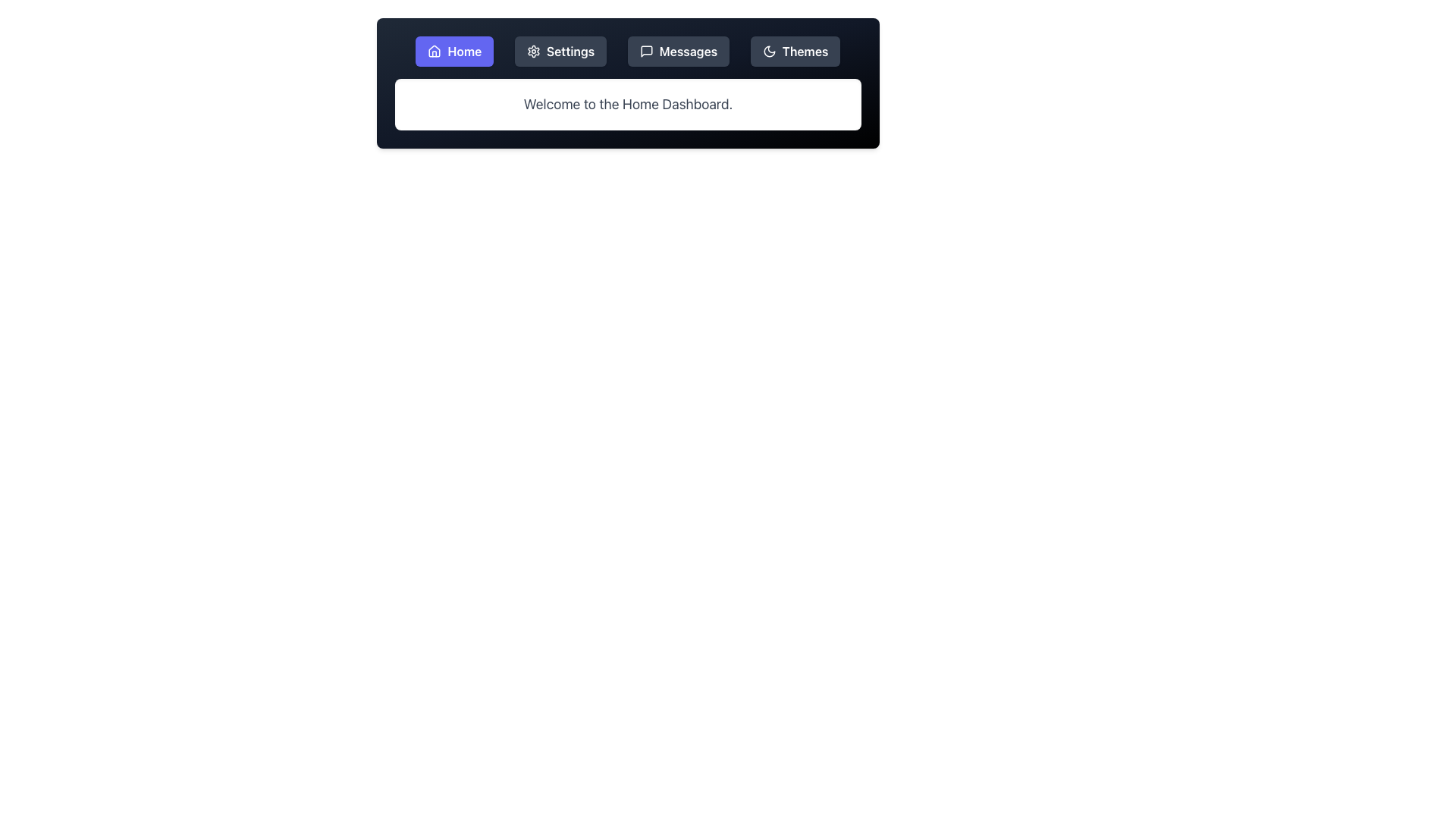  What do you see at coordinates (570, 51) in the screenshot?
I see `the 'Settings' text label located in the navigation bar, positioned between the 'Home' icon and 'Messages' icon` at bounding box center [570, 51].